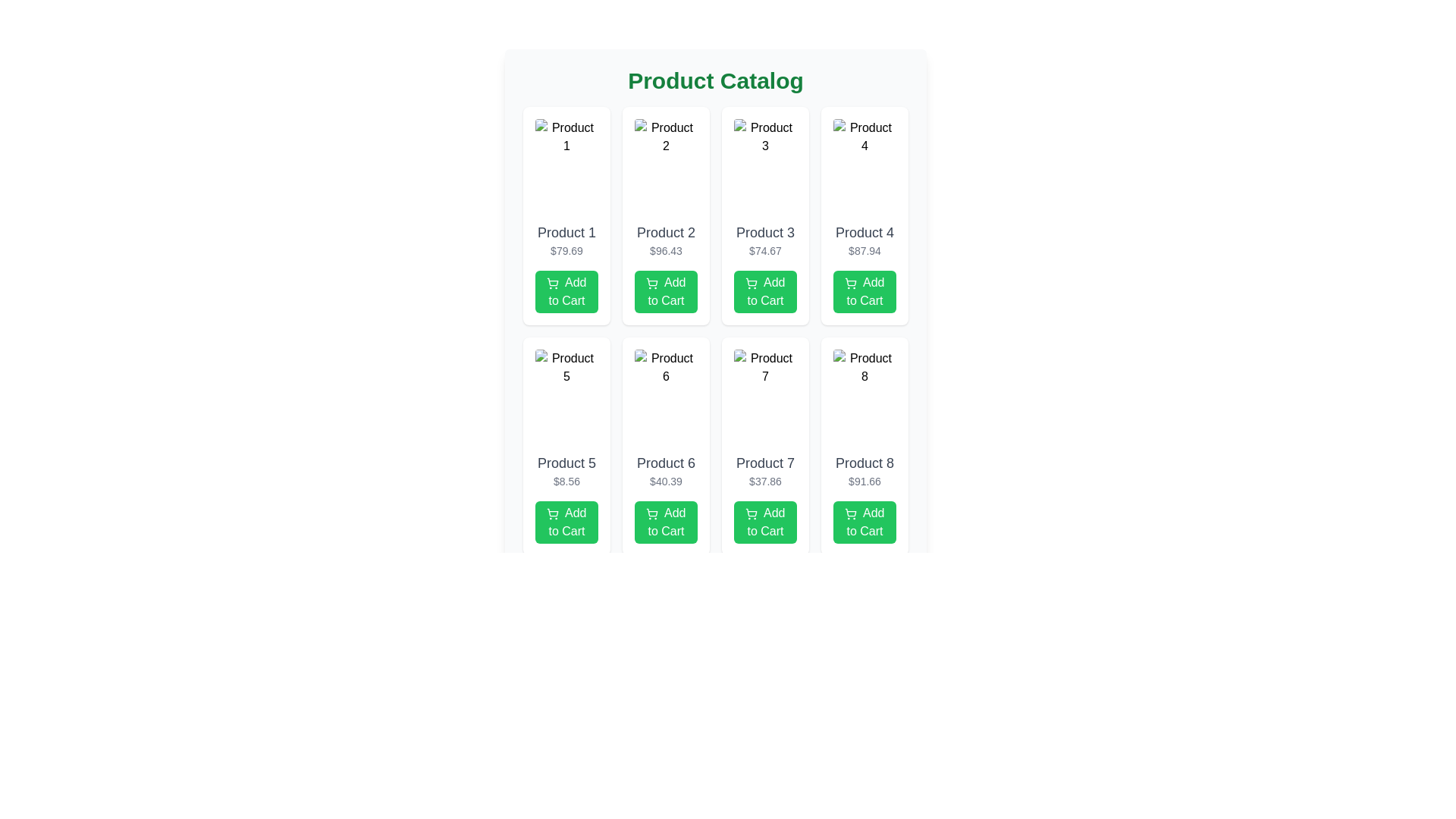  I want to click on the text label displaying the product name in the second card of the grid layout, so click(666, 233).